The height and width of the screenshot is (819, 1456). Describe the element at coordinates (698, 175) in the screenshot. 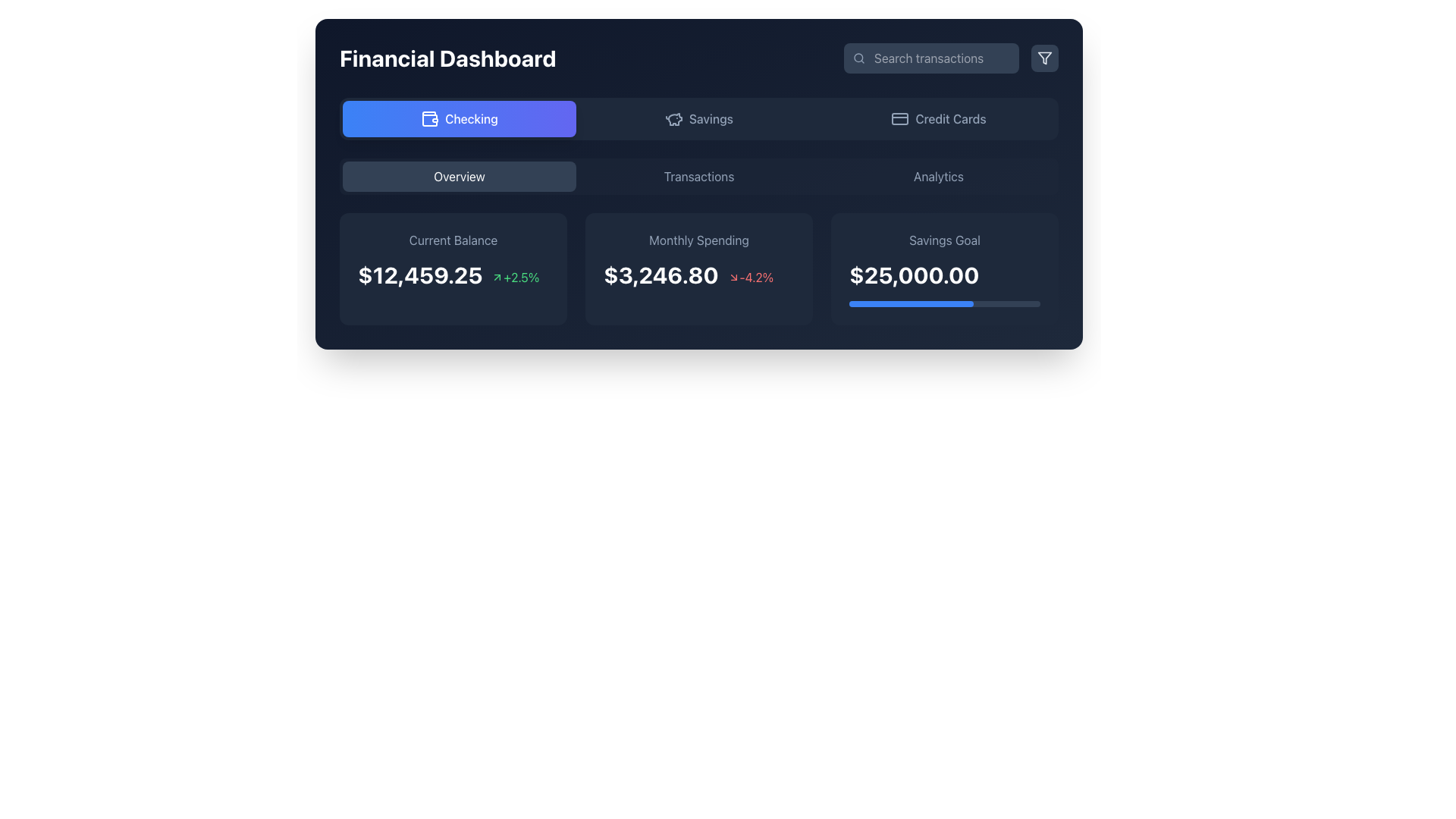

I see `the 'Transactions' button, which is the second button in a horizontal group of three, located below the main navigation bar` at that location.